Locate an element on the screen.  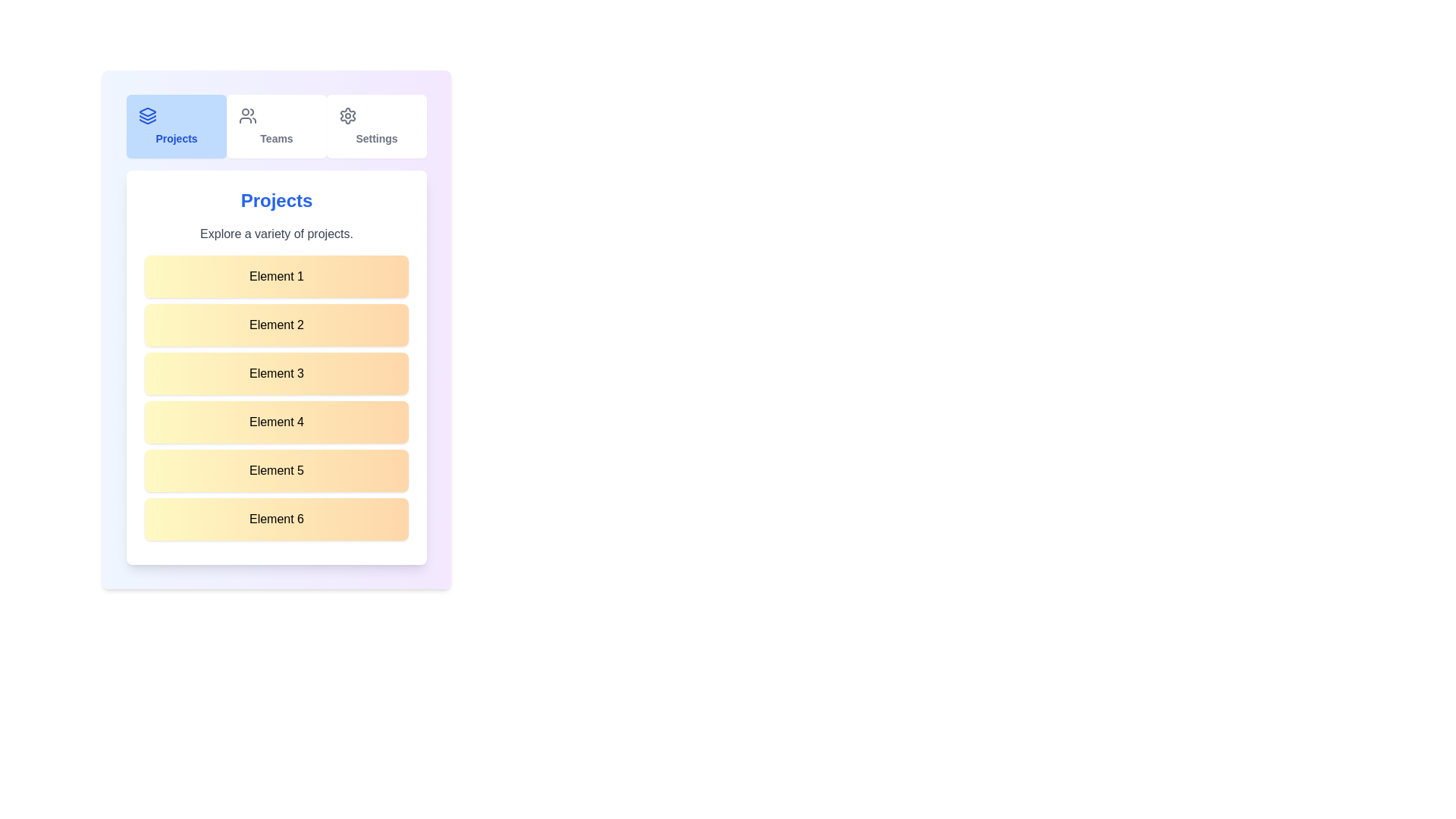
the list item labeled 'Element 2' is located at coordinates (276, 324).